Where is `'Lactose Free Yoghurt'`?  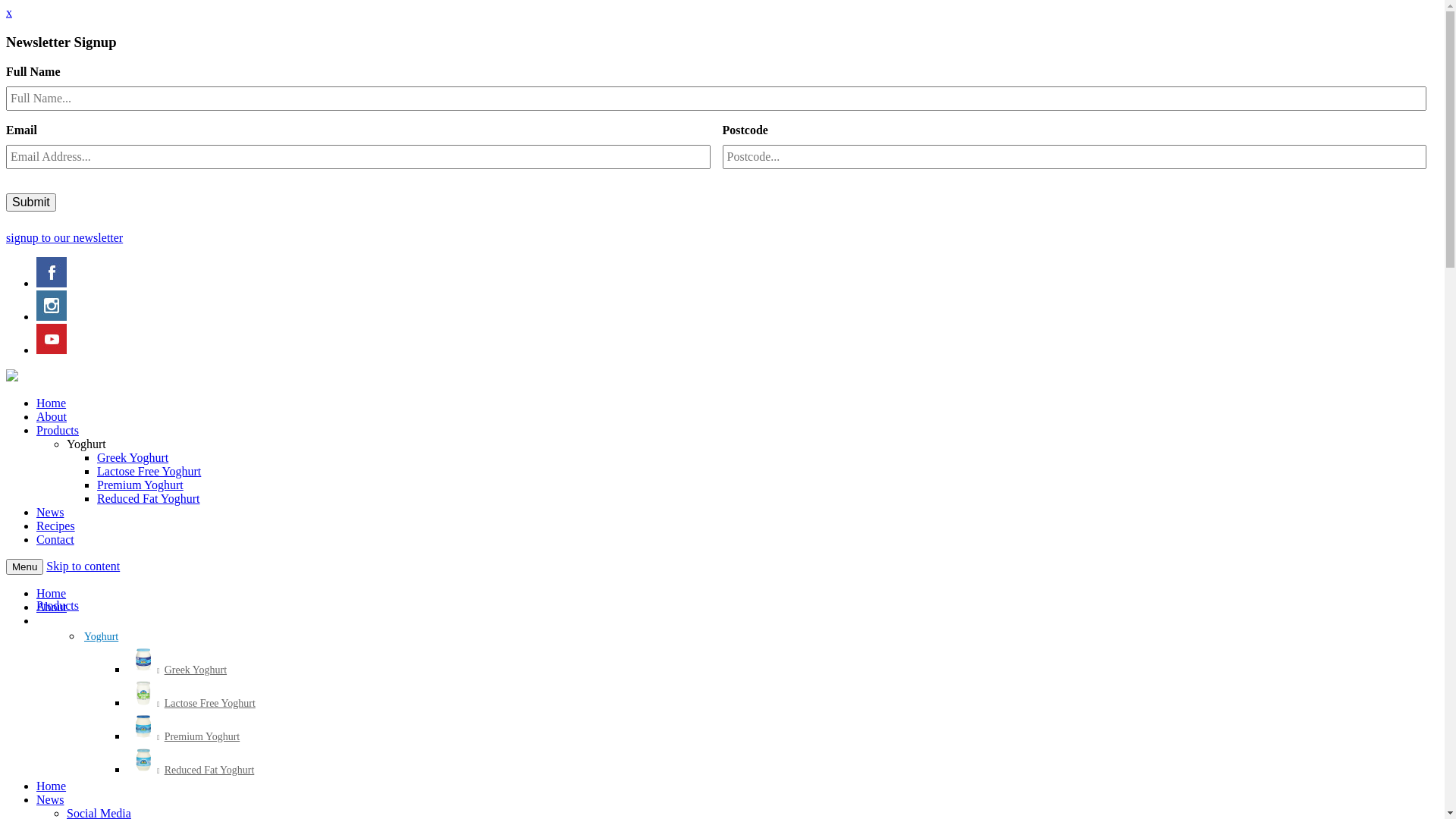
'Lactose Free Yoghurt' is located at coordinates (149, 470).